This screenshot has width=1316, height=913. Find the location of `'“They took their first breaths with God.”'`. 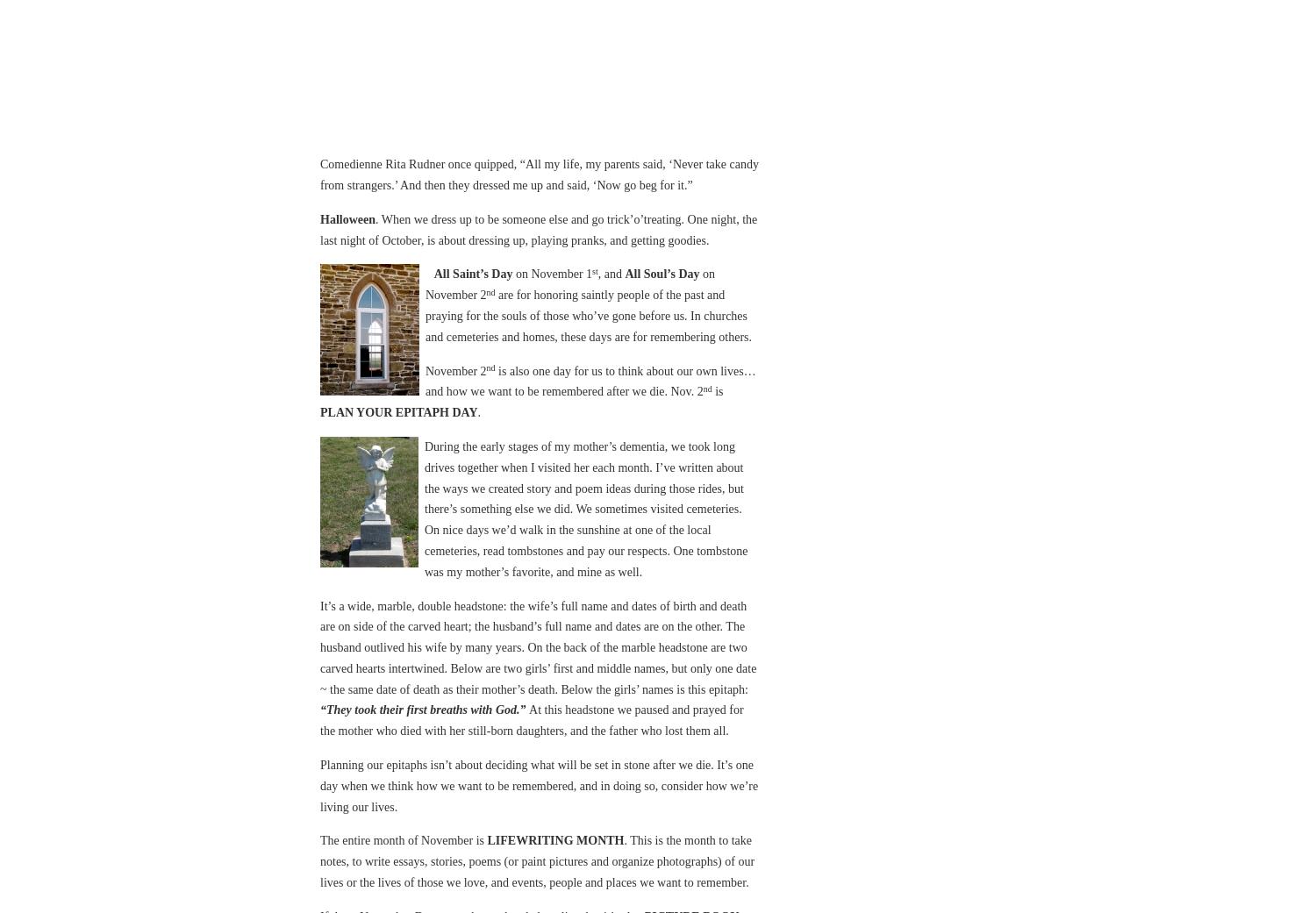

'“They took their first breaths with God.”' is located at coordinates (424, 710).